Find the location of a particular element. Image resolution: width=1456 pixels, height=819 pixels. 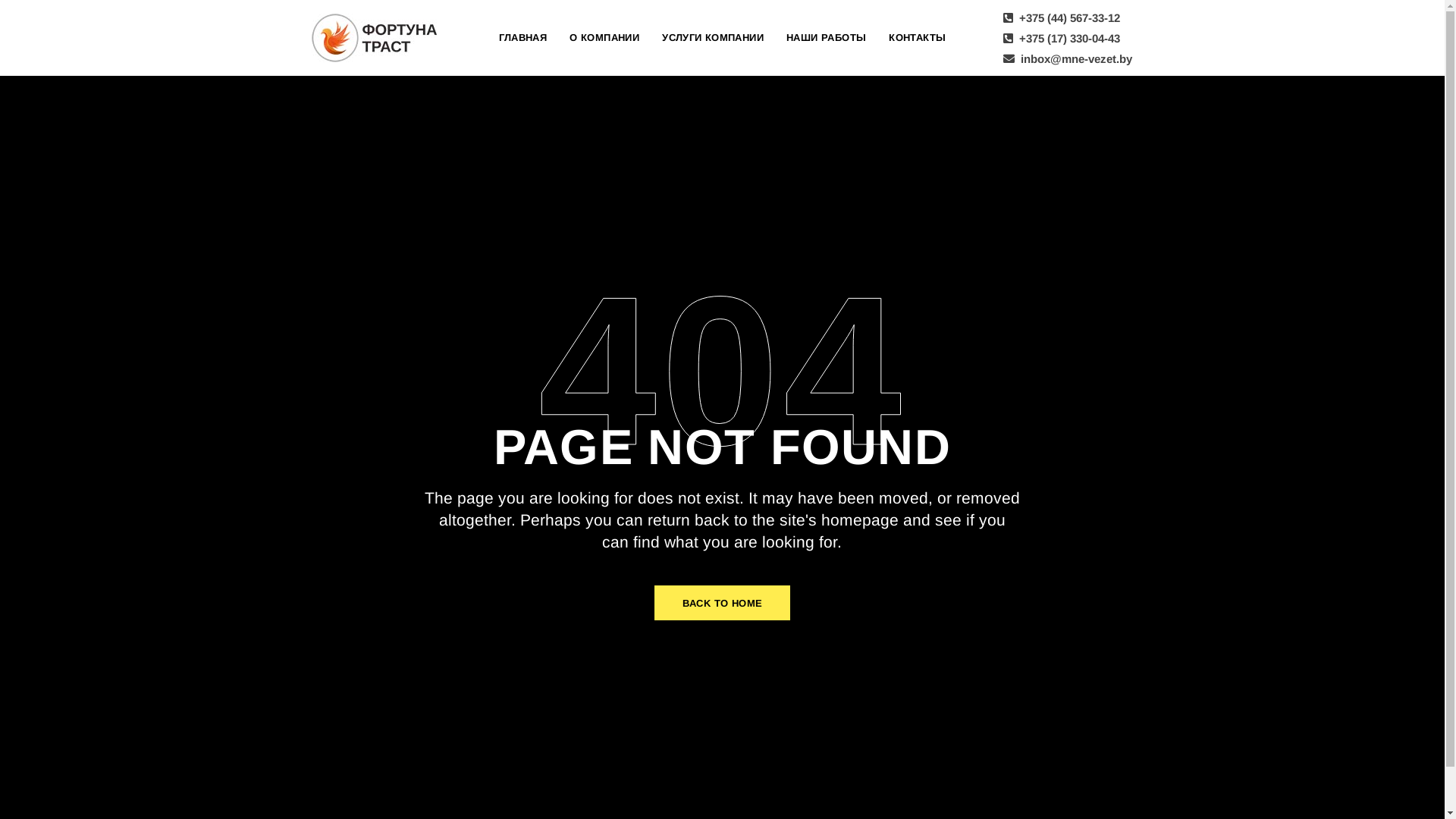

'BACK TO HOME is located at coordinates (722, 601).